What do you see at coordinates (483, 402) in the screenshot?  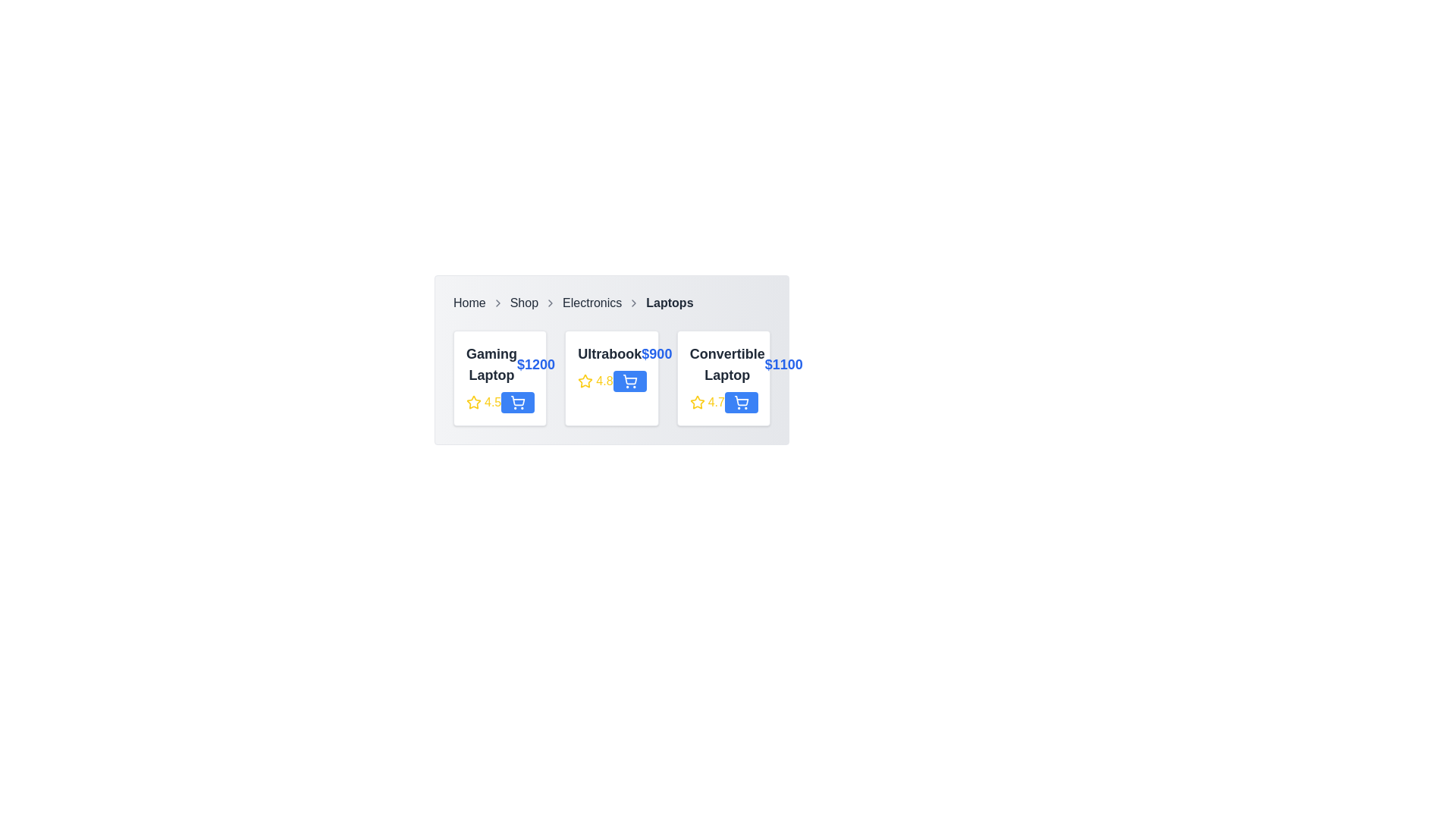 I see `the rating value displayed as '4.5' next to the yellow star icon in the first column of items under the 'Gaming Laptop' label` at bounding box center [483, 402].